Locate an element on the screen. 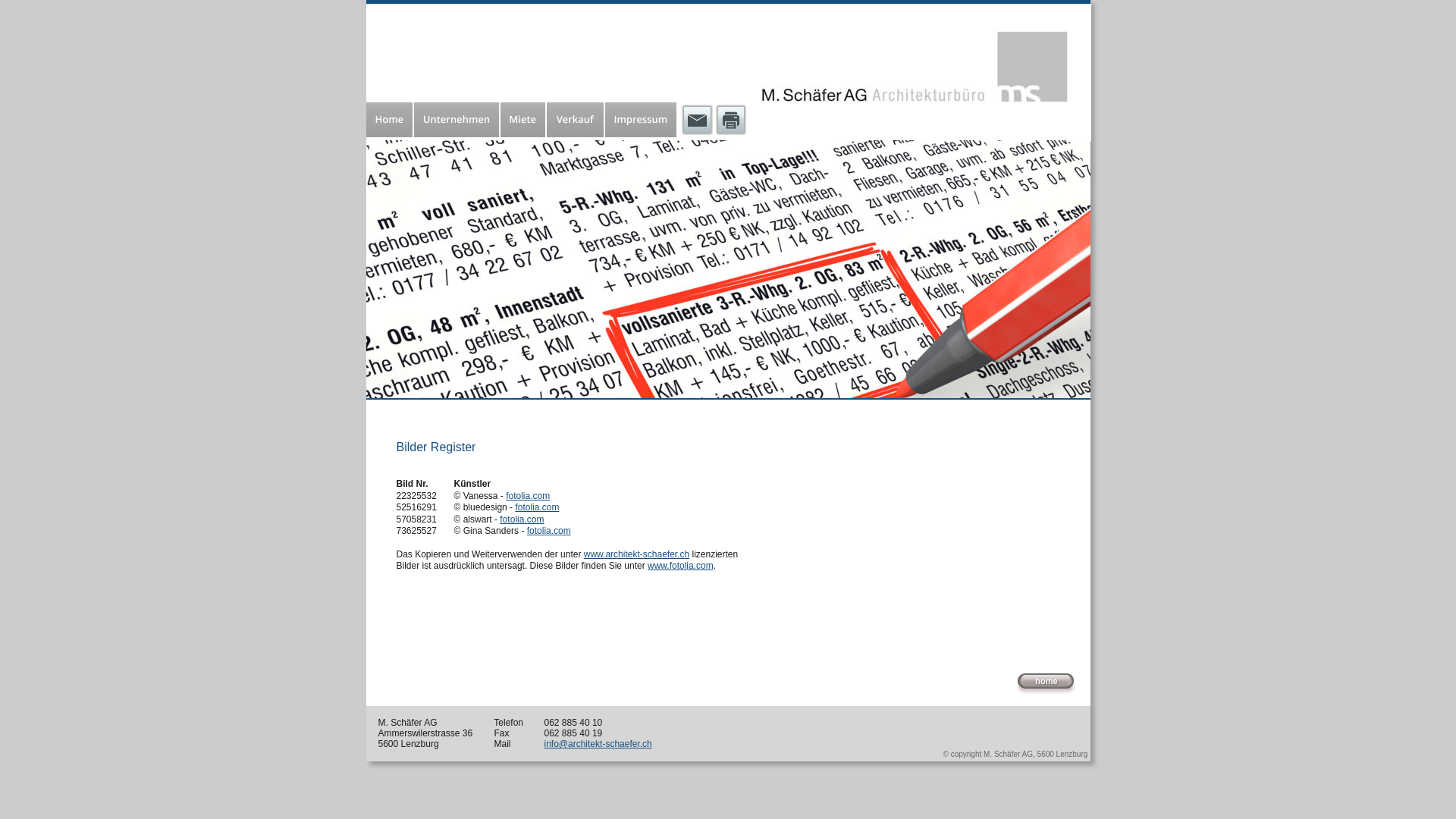  'www.architekt-schaefer.ch' is located at coordinates (636, 554).